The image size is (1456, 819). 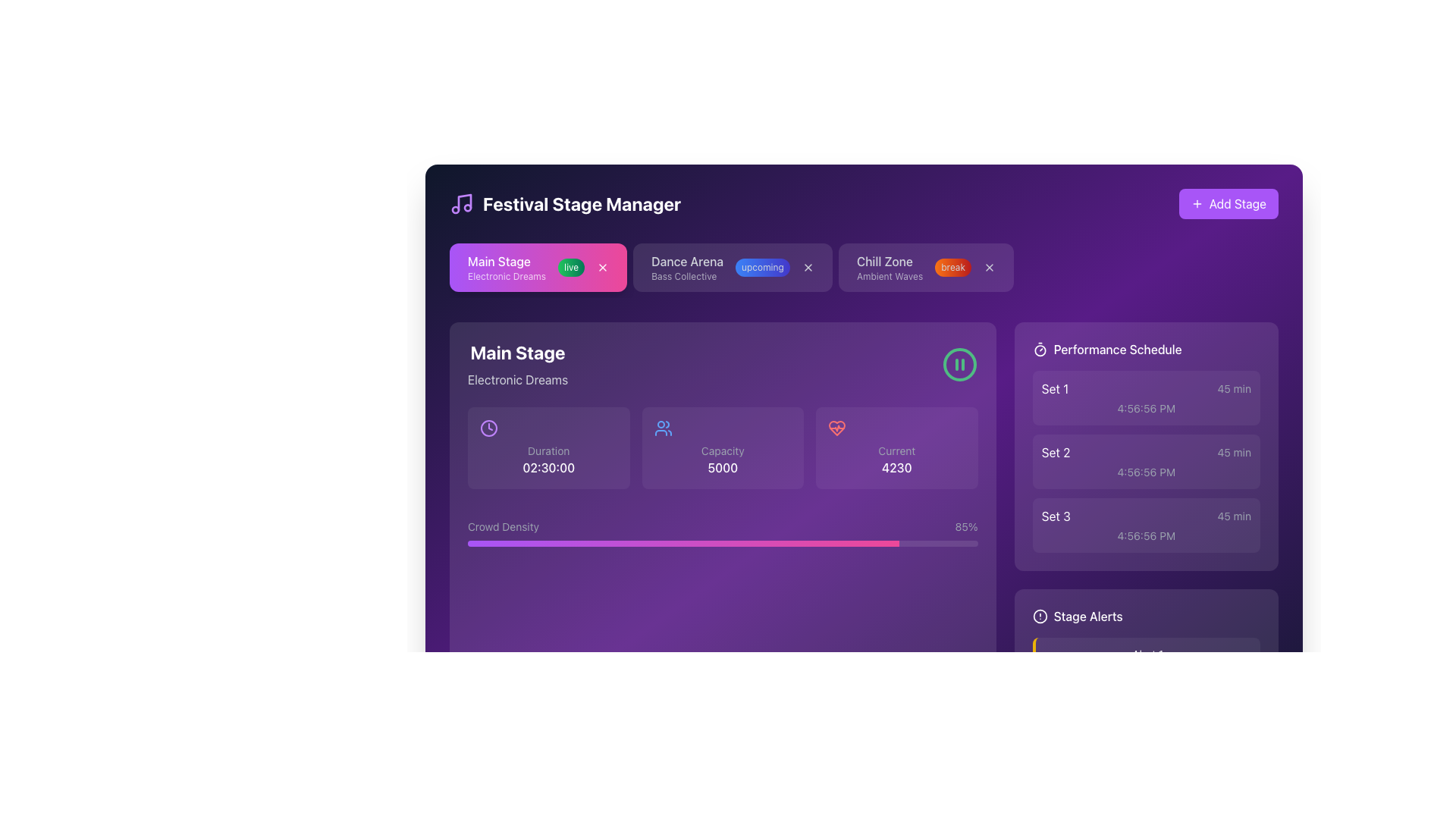 What do you see at coordinates (682, 543) in the screenshot?
I see `the filled region of the progress bar indicator, which is a sleek horizontal gradient bar transitioning from purple to pink, located centrally at the lower part of the 'Main Stage' section` at bounding box center [682, 543].